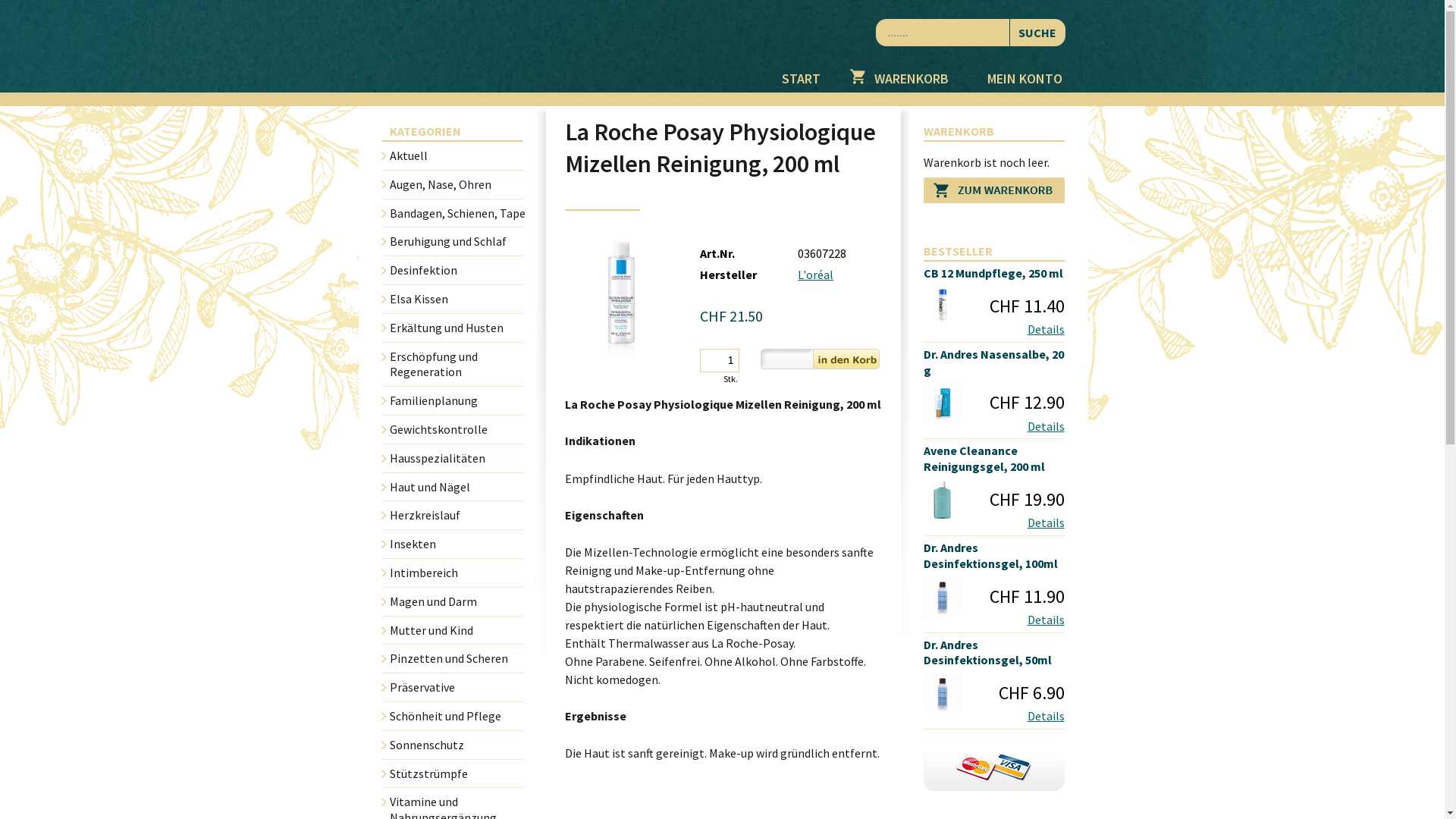  What do you see at coordinates (455, 240) in the screenshot?
I see `'Beruhigung und Schlaf'` at bounding box center [455, 240].